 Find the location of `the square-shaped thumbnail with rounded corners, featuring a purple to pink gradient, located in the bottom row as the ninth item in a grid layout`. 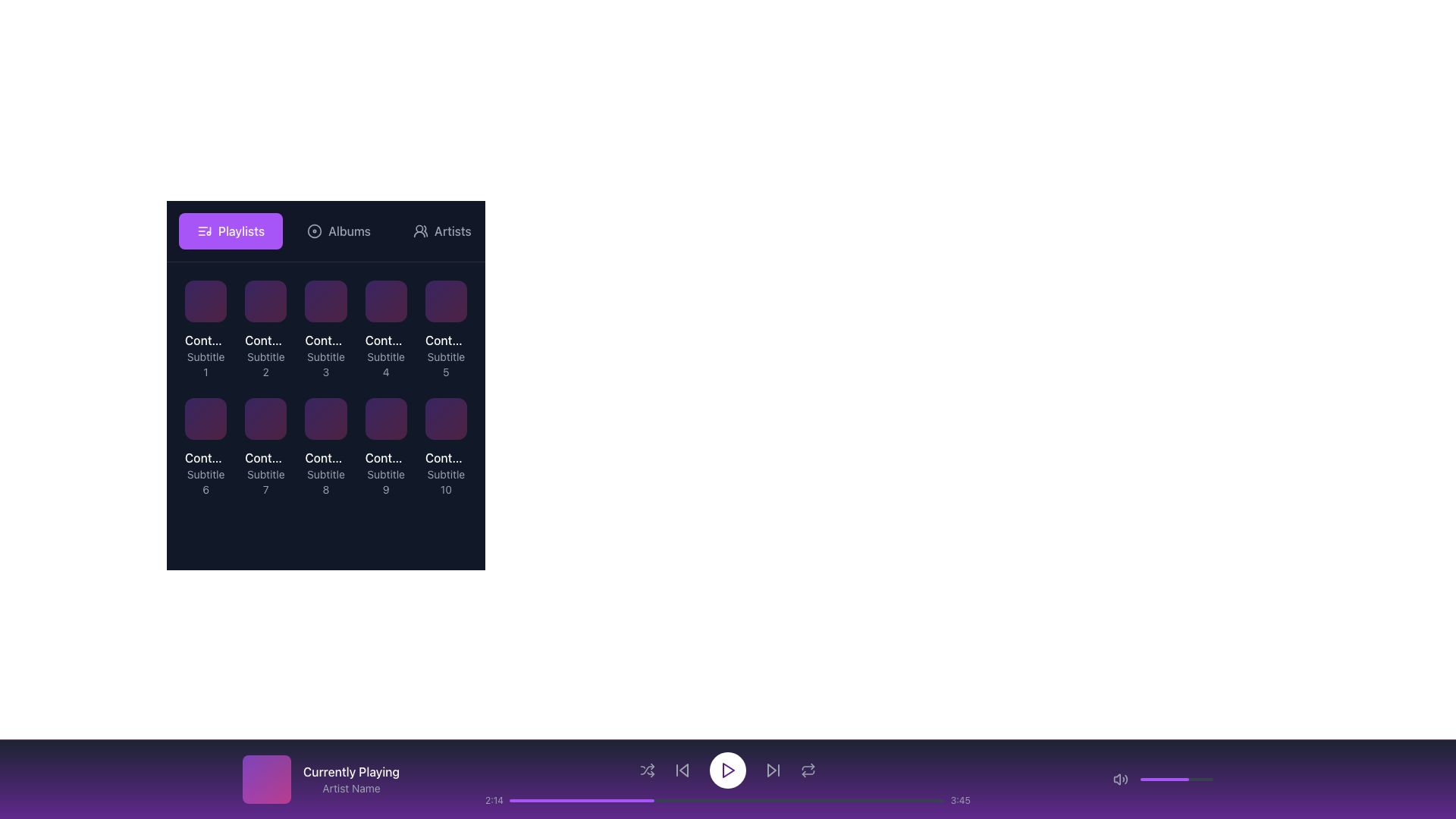

the square-shaped thumbnail with rounded corners, featuring a purple to pink gradient, located in the bottom row as the ninth item in a grid layout is located at coordinates (386, 419).